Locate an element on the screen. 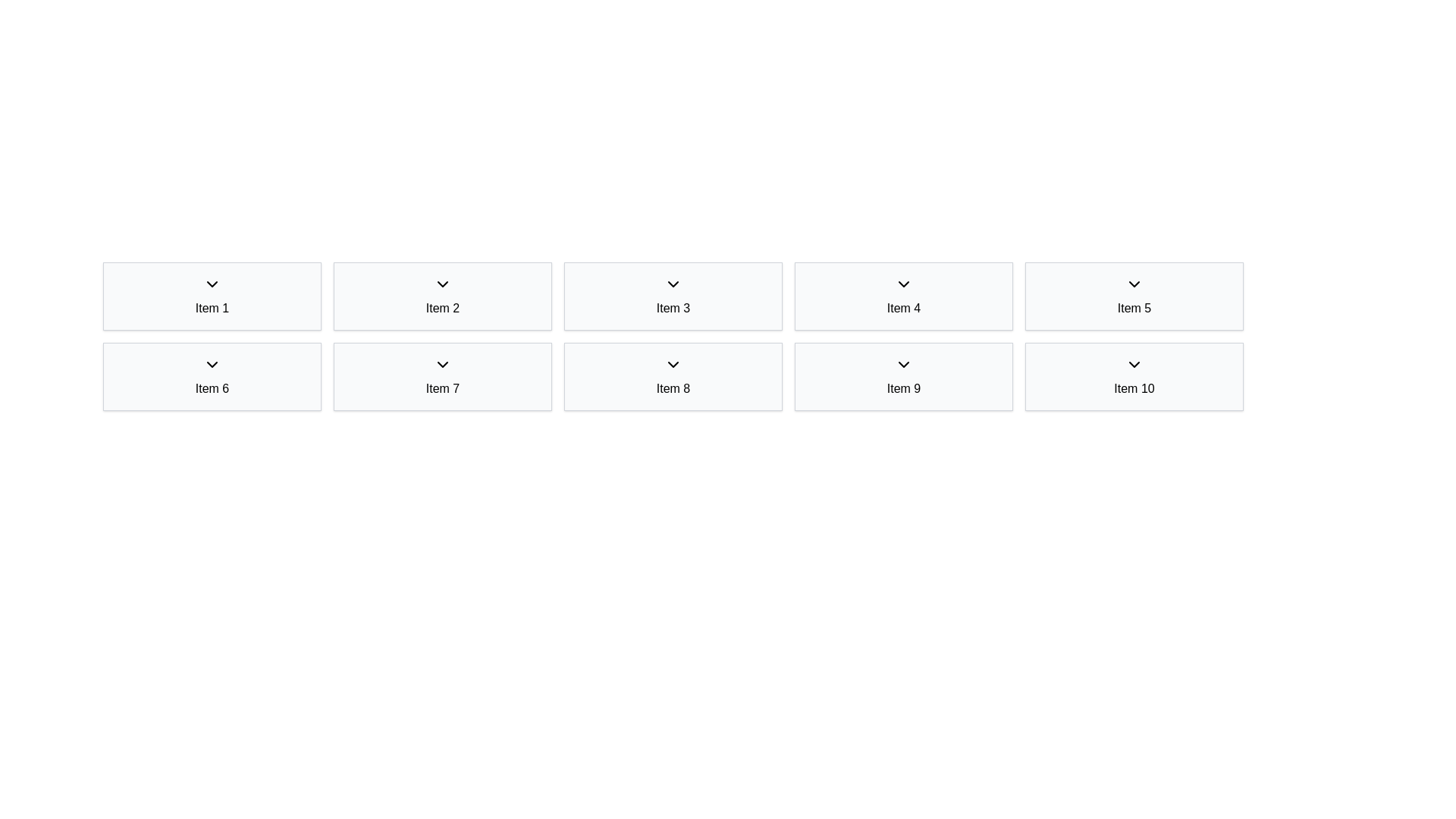 The image size is (1456, 819). the downward-pointing chevron icon of the first item in the grid layout, which is positioned above the text 'Item 1' is located at coordinates (211, 284).